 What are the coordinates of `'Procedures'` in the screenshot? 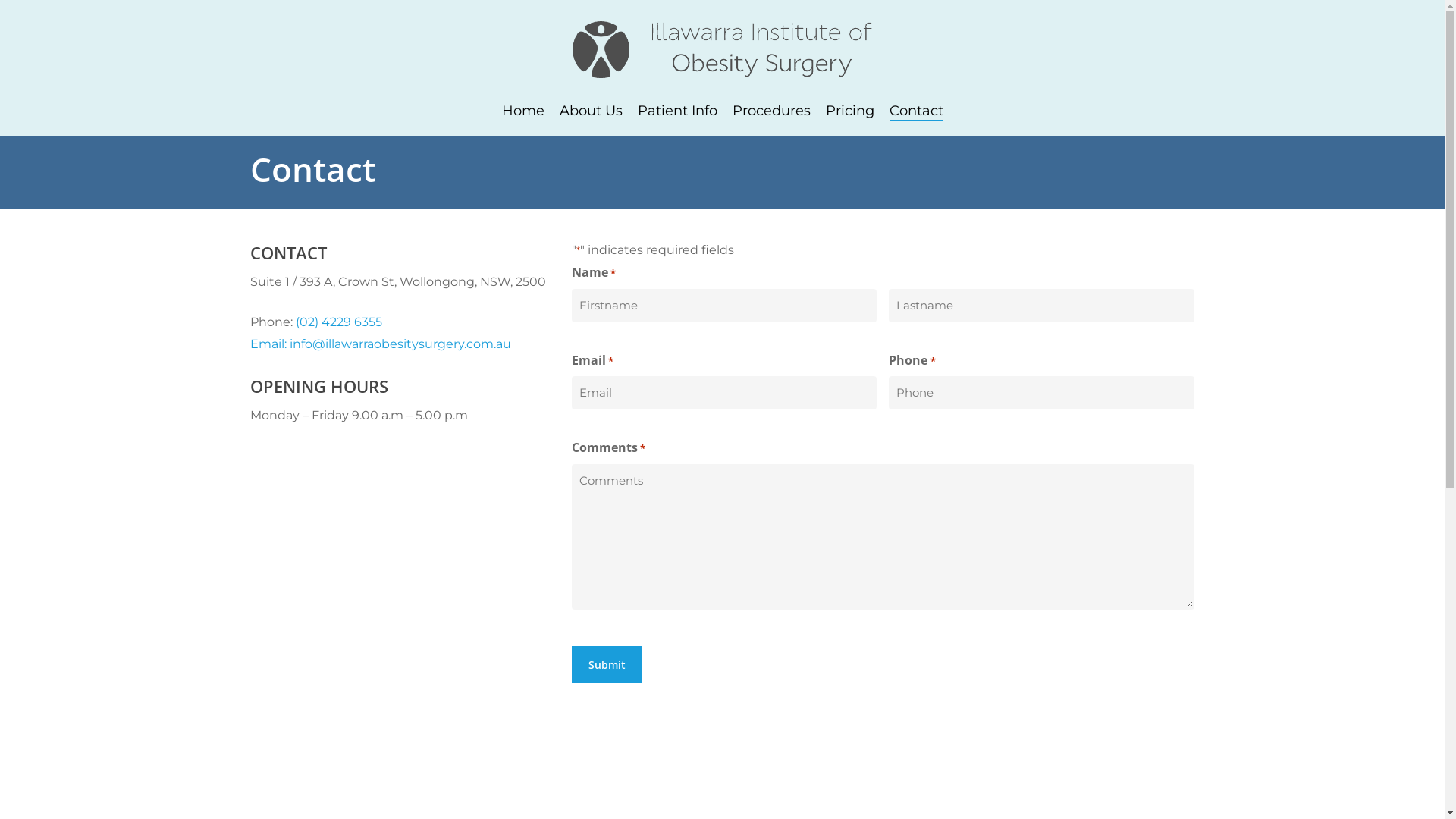 It's located at (732, 110).